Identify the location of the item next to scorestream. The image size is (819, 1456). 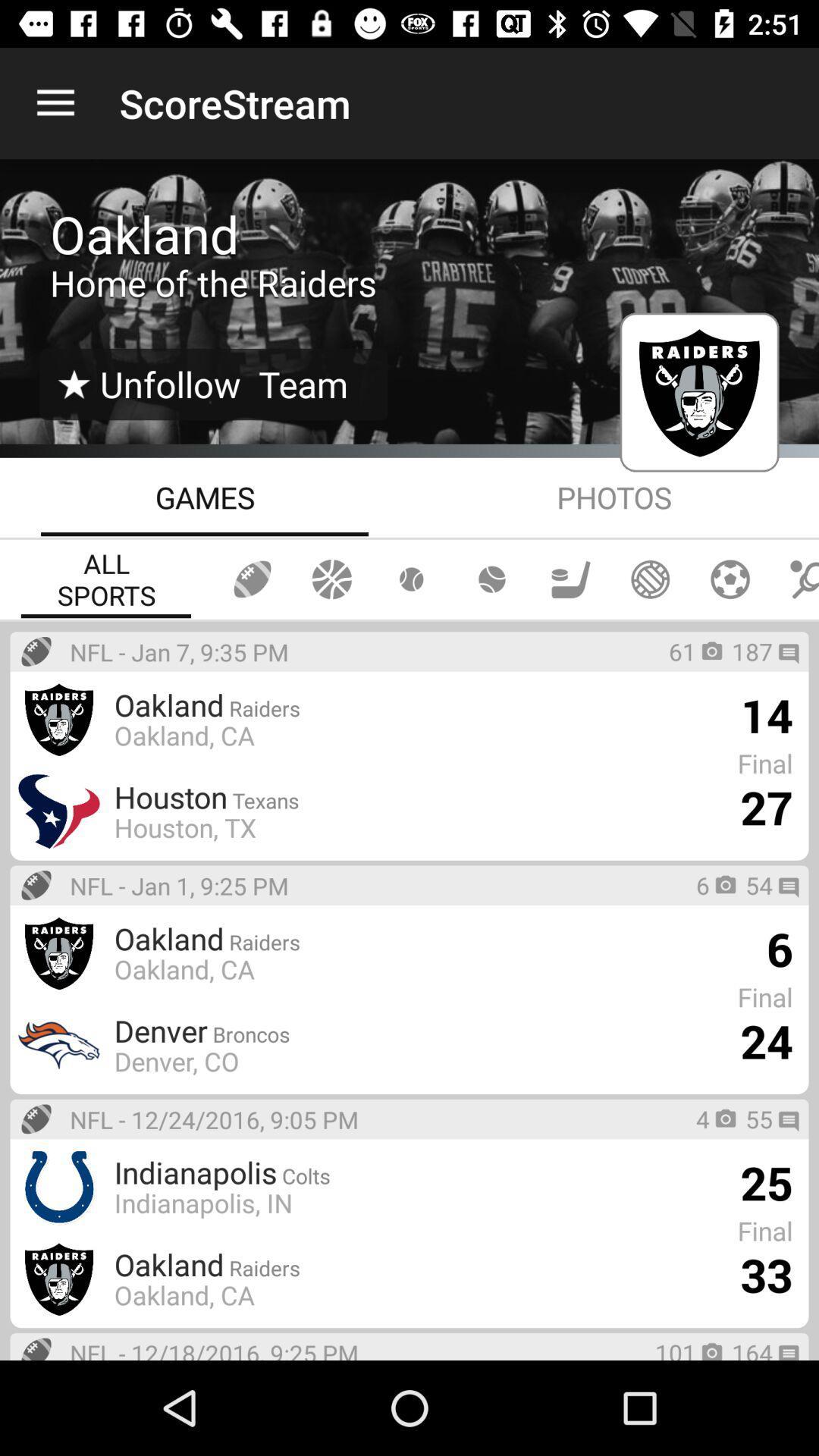
(55, 102).